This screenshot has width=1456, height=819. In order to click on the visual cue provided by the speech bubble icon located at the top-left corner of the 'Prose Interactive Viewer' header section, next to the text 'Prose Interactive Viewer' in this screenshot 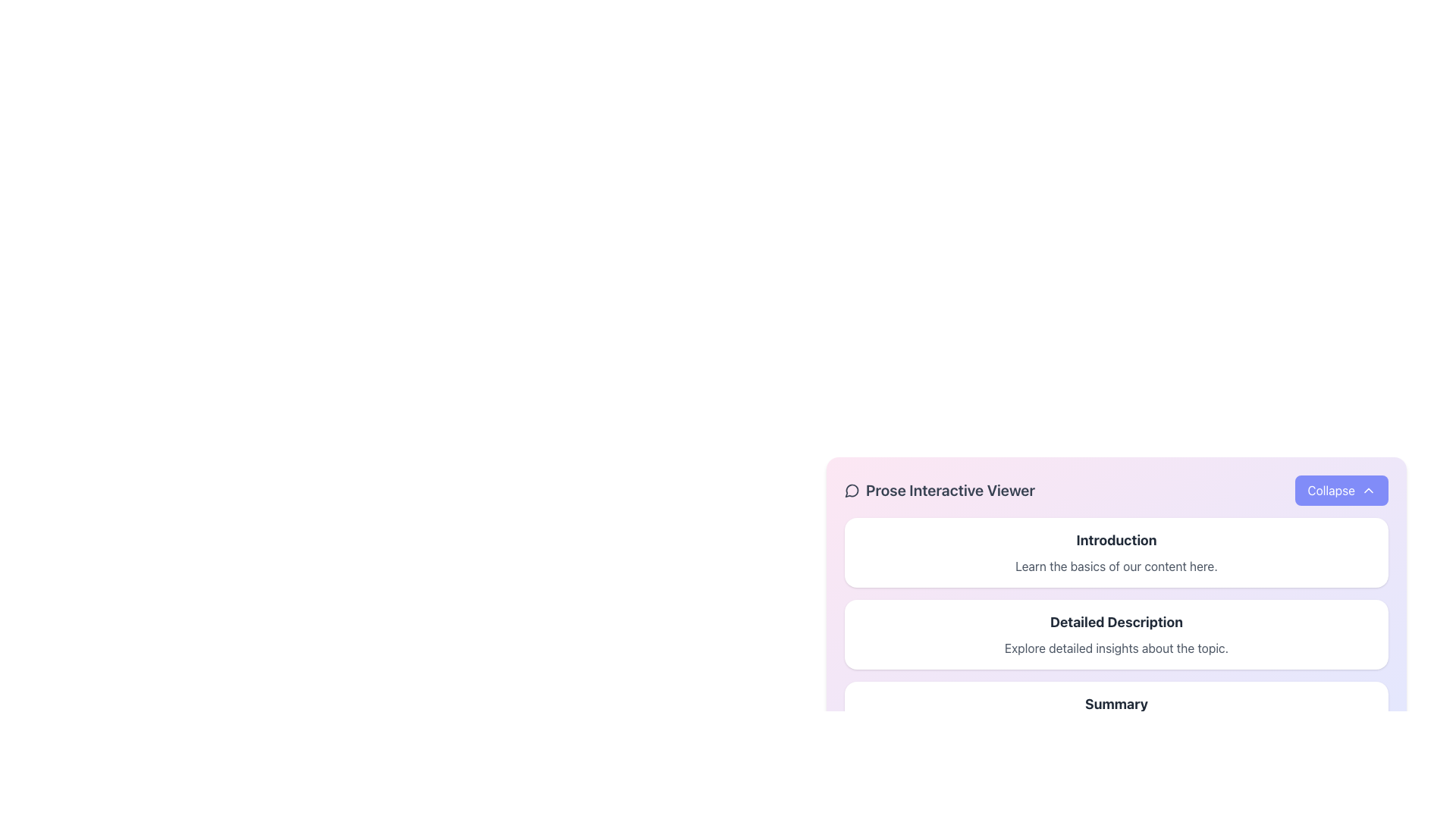, I will do `click(852, 491)`.